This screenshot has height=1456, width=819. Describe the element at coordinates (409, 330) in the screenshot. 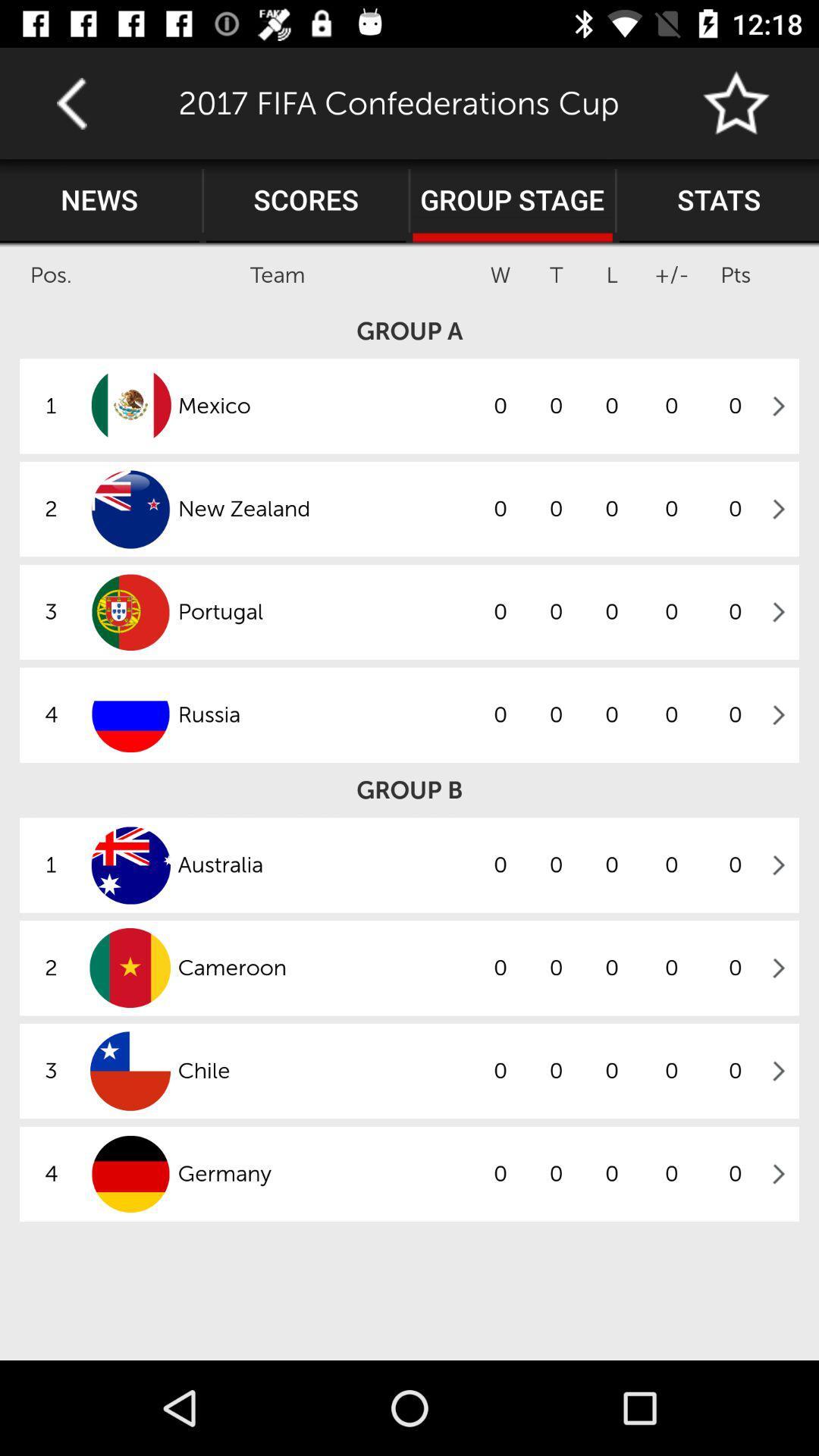

I see `item below the pos.` at that location.